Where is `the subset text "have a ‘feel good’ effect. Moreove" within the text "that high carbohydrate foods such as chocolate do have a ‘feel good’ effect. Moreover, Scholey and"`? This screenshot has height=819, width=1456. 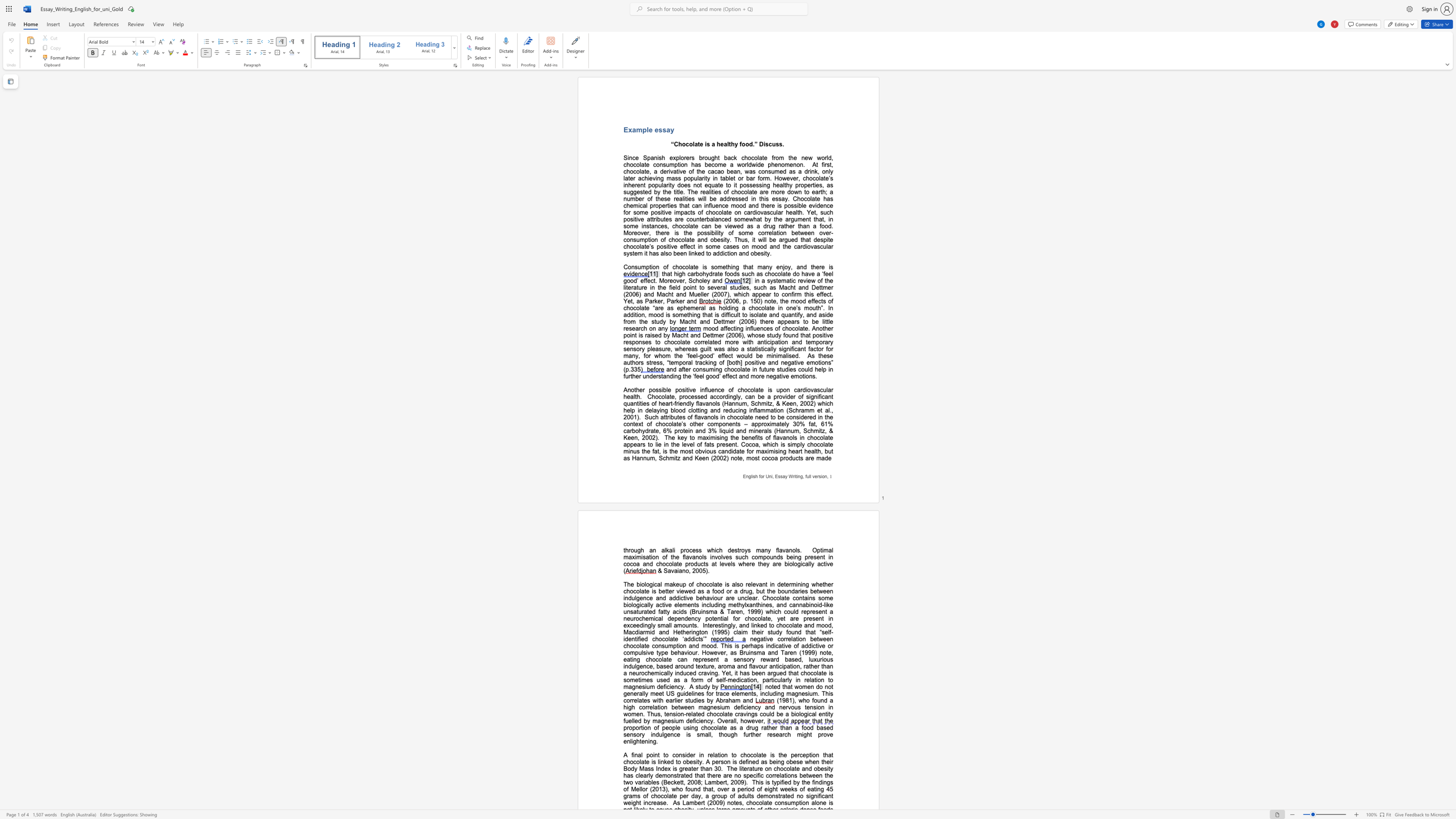
the subset text "have a ‘feel good’ effect. Moreove" within the text "that high carbohydrate foods such as chocolate do have a ‘feel good’ effect. Moreover, Scholey and" is located at coordinates (801, 274).